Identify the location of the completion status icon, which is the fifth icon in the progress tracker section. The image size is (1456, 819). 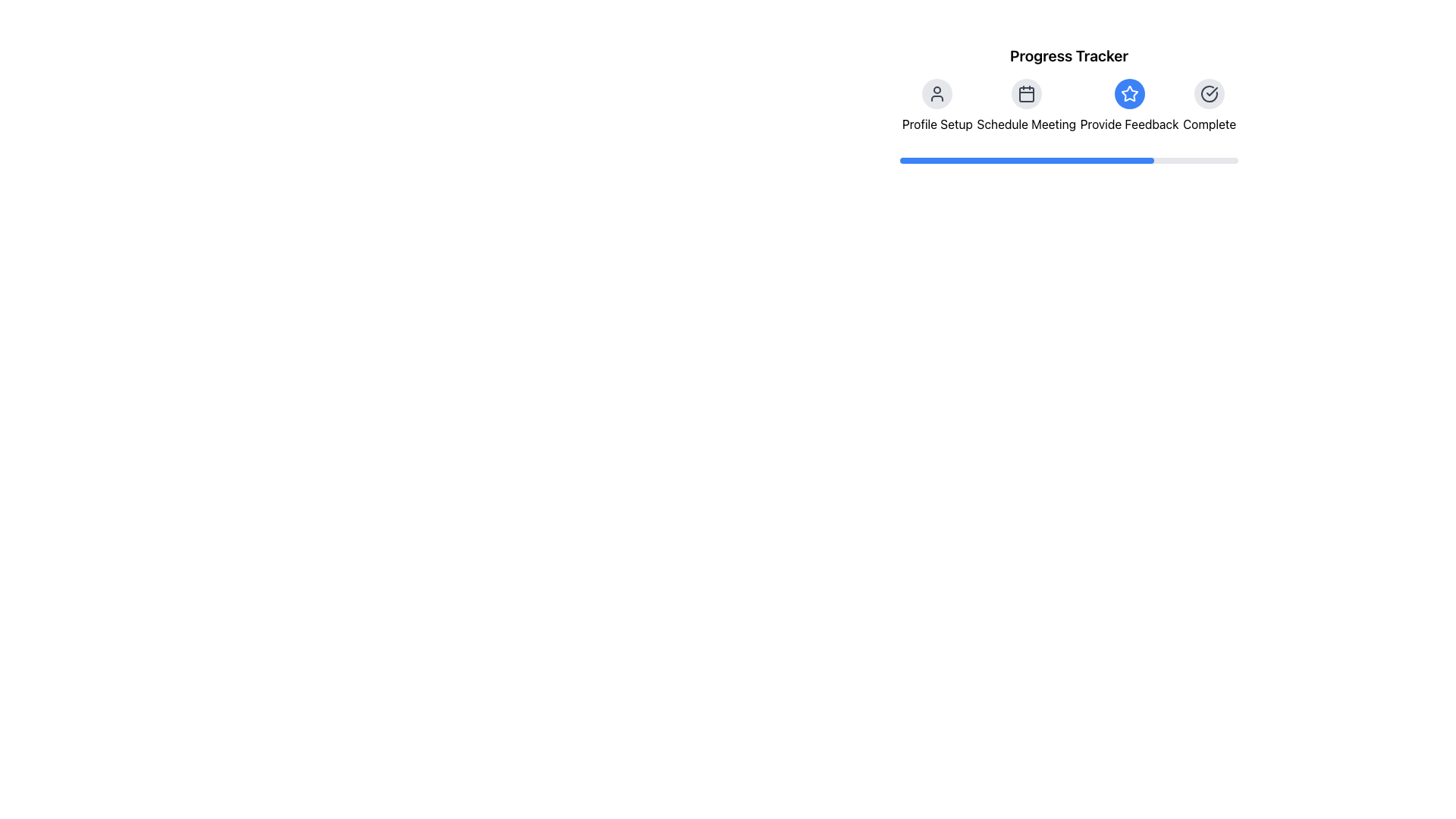
(1208, 93).